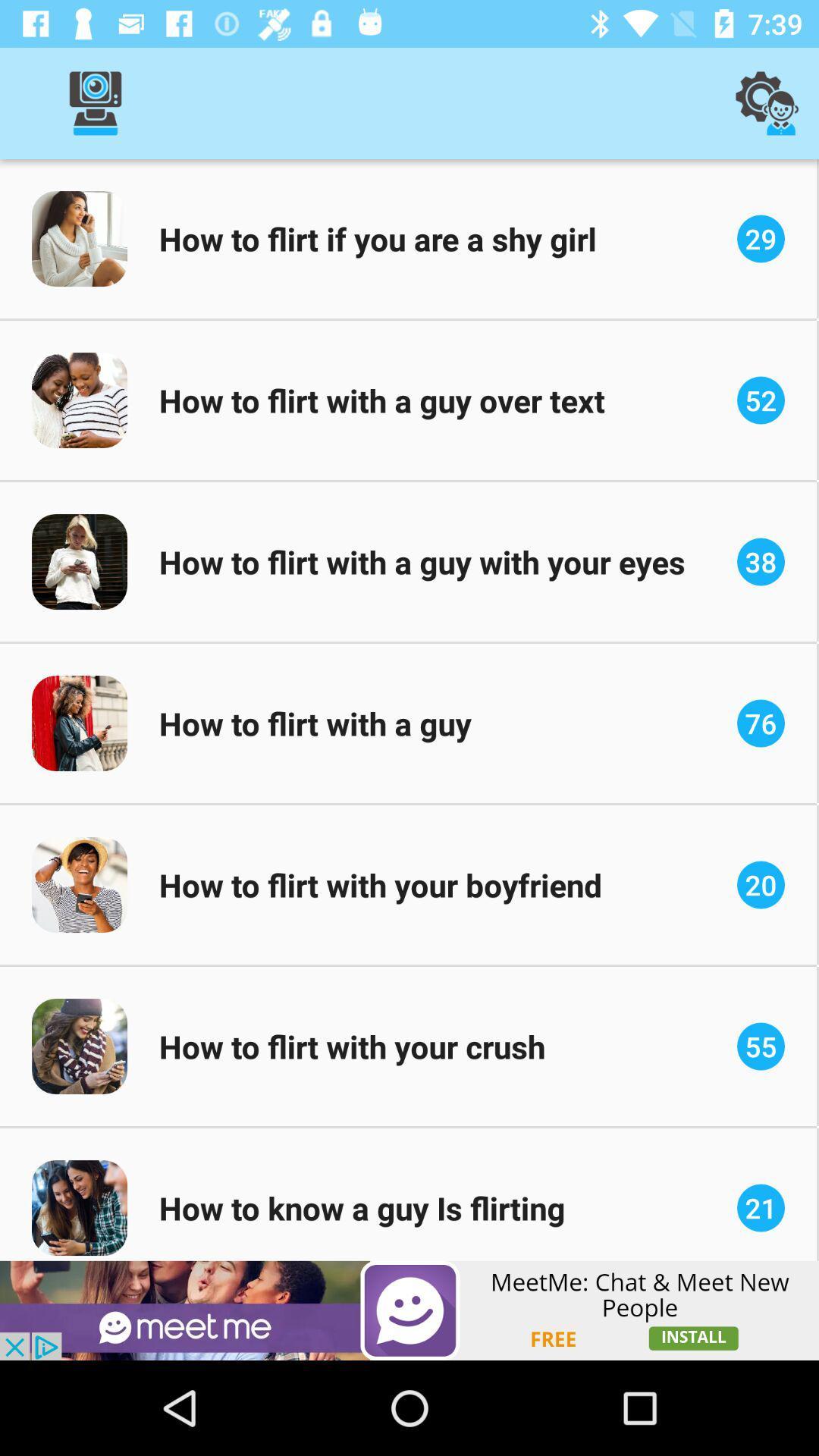 This screenshot has width=819, height=1456. I want to click on the 4th image, so click(79, 723).